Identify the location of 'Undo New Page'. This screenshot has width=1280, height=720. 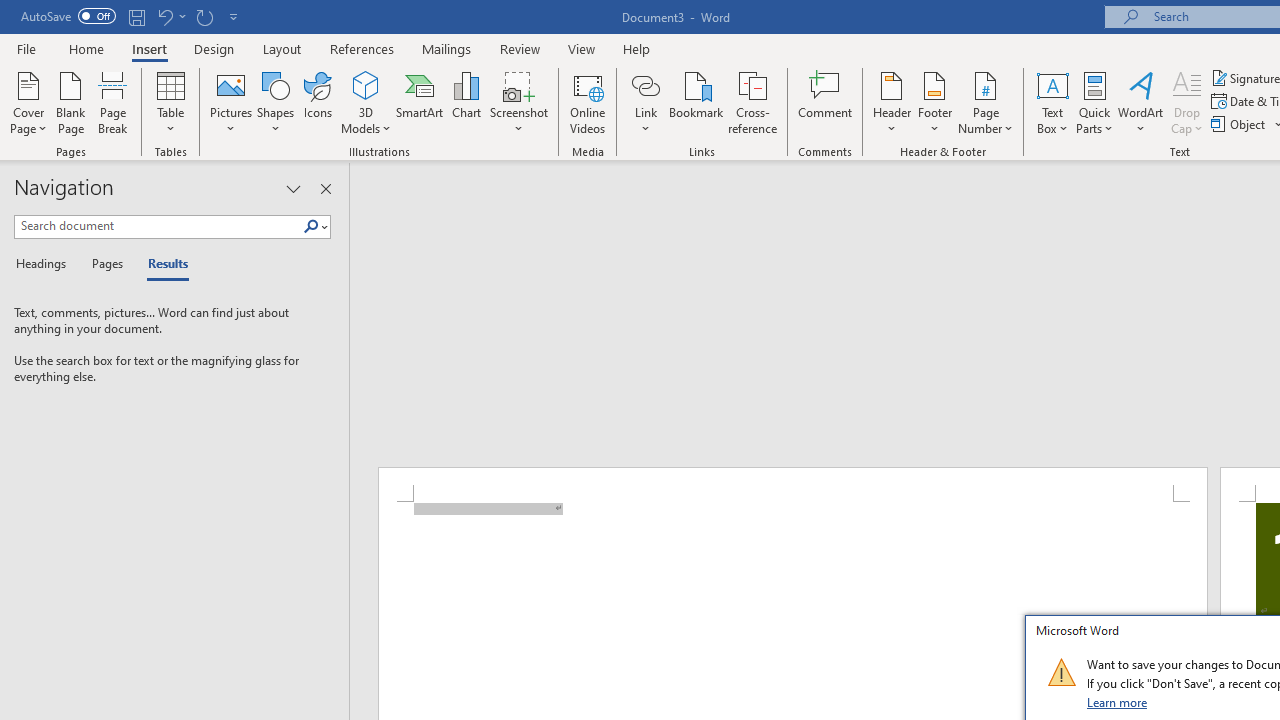
(164, 16).